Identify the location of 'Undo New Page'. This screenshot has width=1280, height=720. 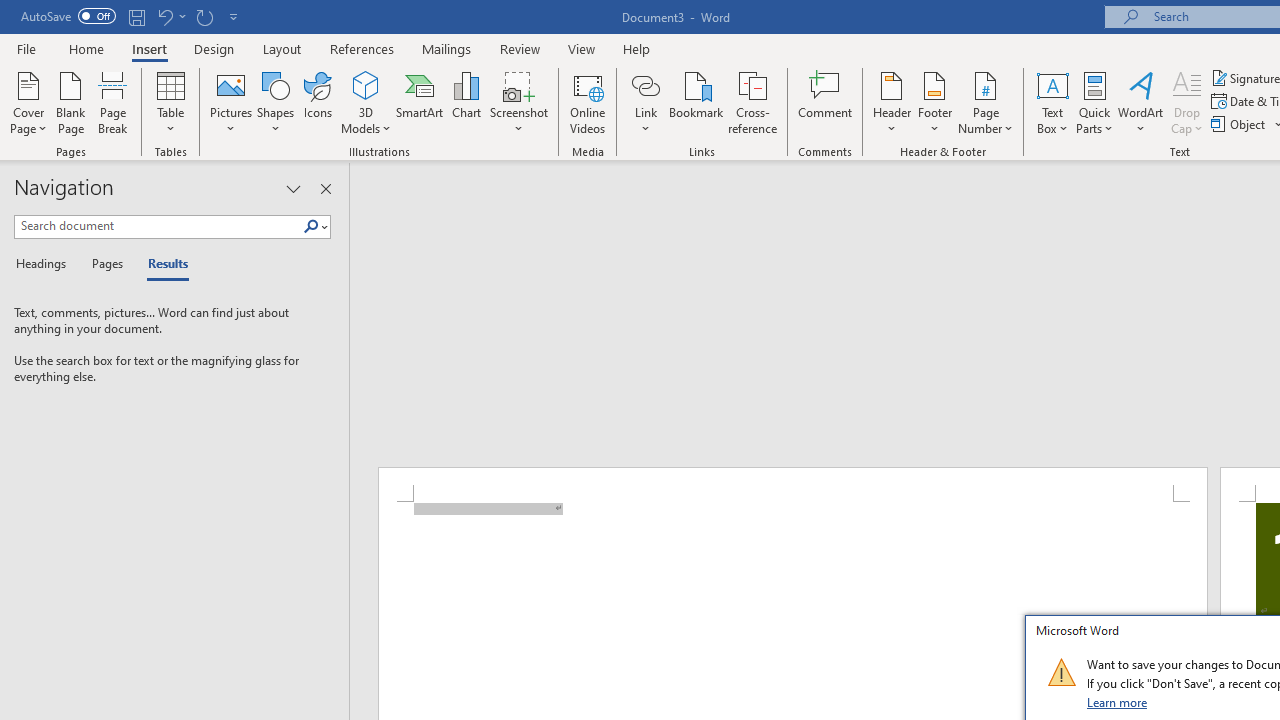
(164, 16).